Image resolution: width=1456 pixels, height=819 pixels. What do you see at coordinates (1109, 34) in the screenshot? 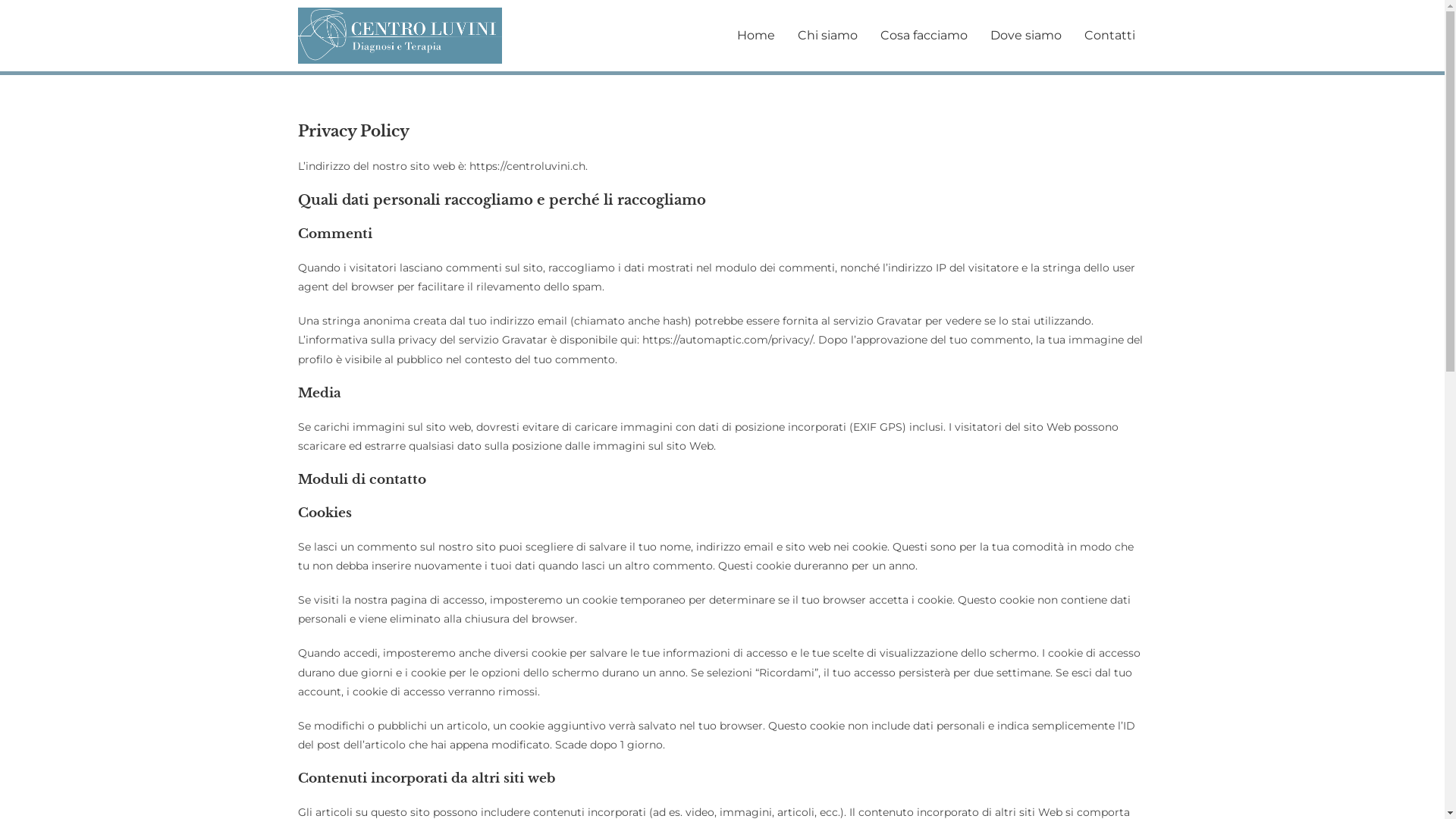
I see `'Contatti'` at bounding box center [1109, 34].